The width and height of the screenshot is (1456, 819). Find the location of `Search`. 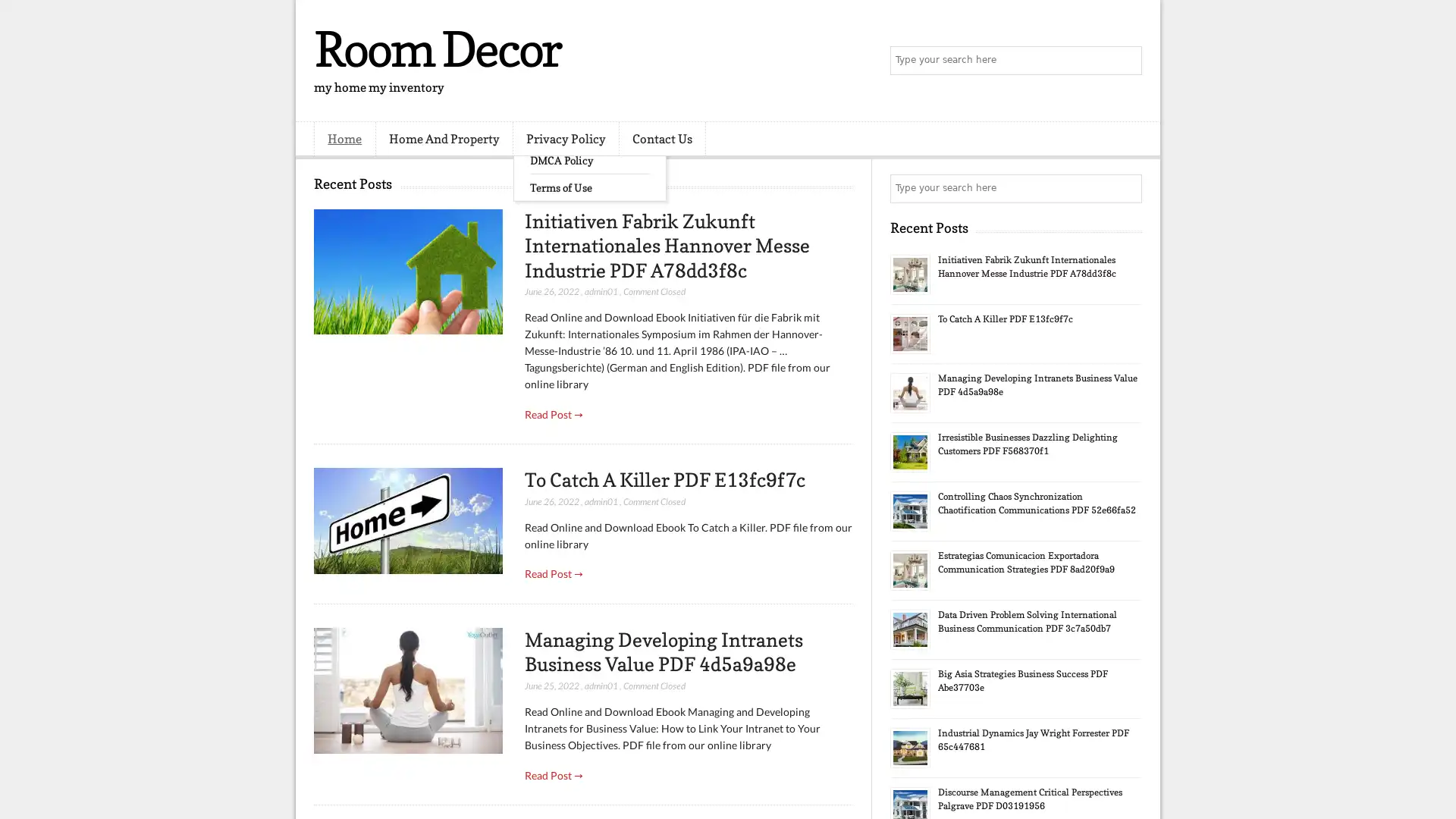

Search is located at coordinates (1126, 188).